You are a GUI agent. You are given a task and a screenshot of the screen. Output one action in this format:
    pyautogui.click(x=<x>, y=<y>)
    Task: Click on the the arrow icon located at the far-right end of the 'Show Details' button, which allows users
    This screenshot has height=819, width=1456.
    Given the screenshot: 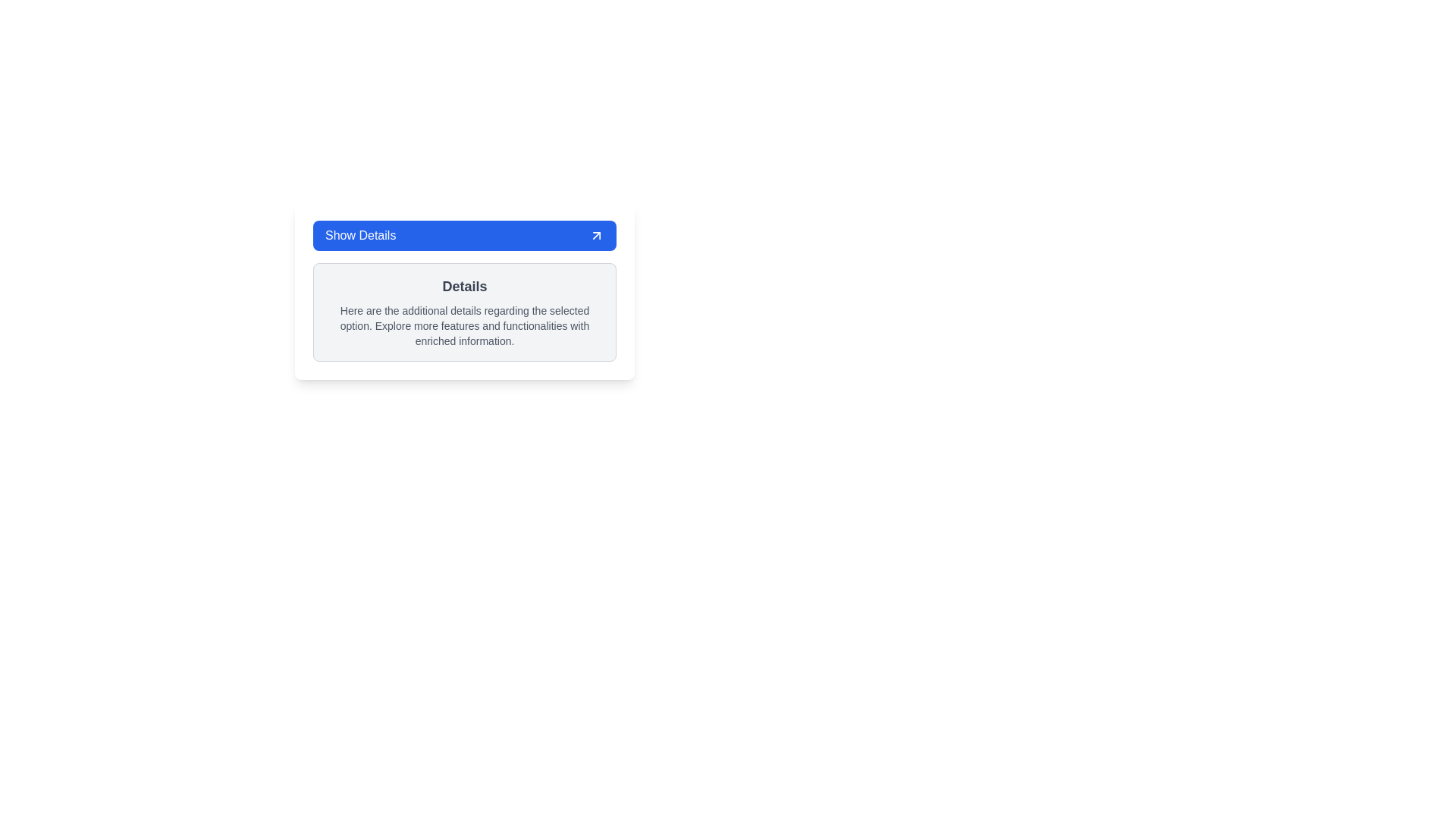 What is the action you would take?
    pyautogui.click(x=596, y=236)
    